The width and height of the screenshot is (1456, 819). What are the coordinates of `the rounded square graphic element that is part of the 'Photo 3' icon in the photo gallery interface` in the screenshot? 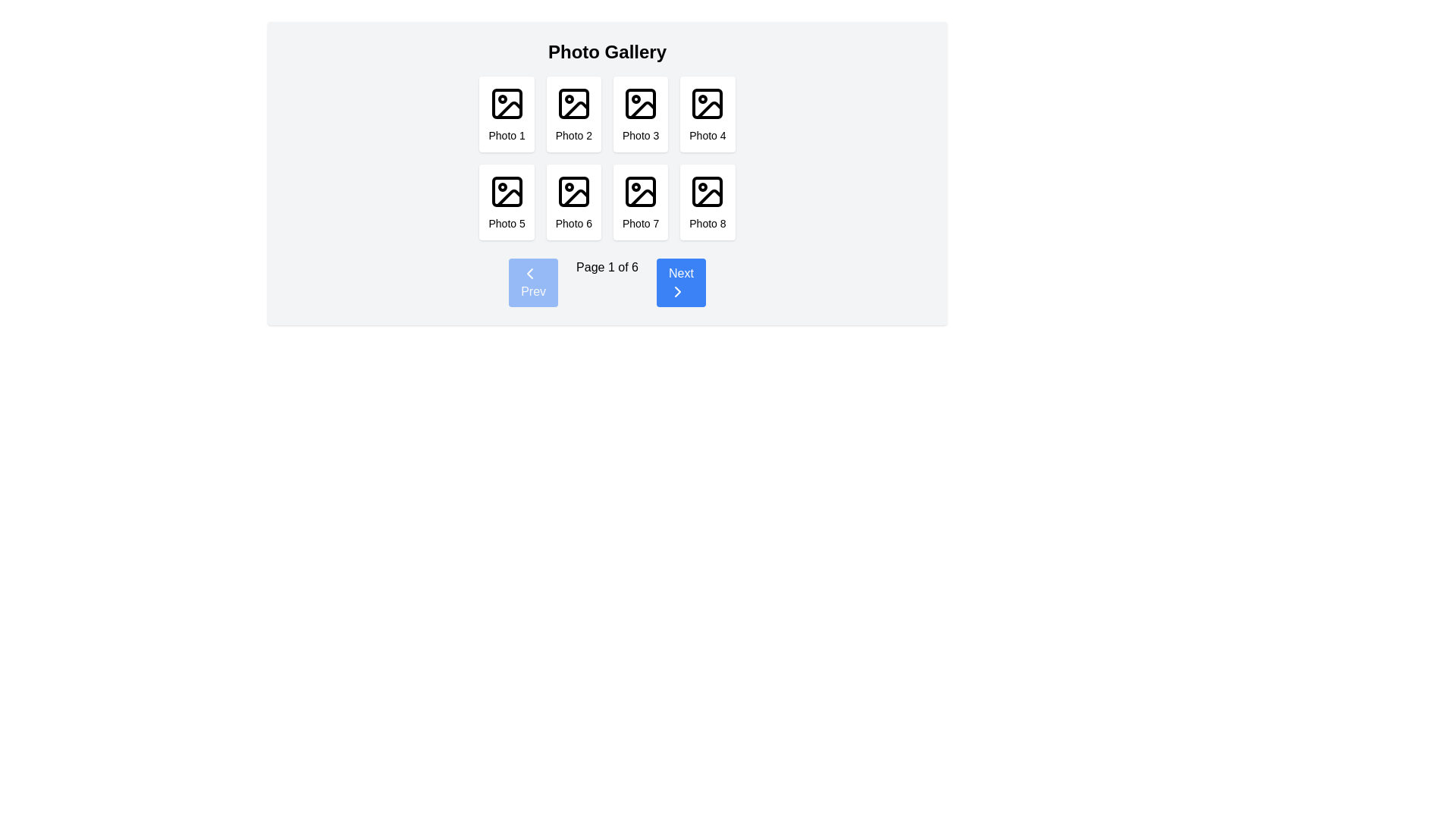 It's located at (641, 103).